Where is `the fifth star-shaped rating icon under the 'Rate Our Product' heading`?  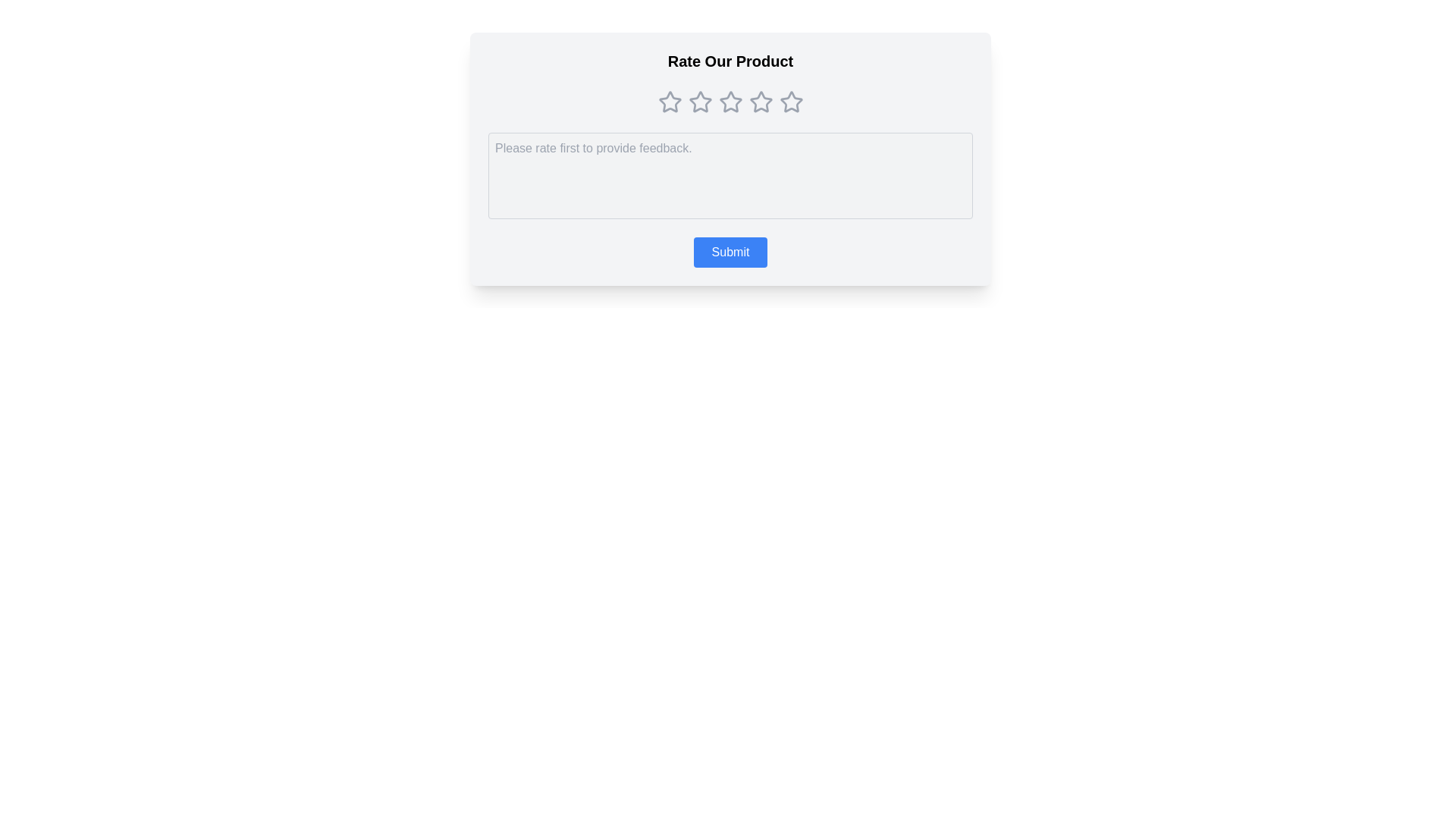 the fifth star-shaped rating icon under the 'Rate Our Product' heading is located at coordinates (790, 102).